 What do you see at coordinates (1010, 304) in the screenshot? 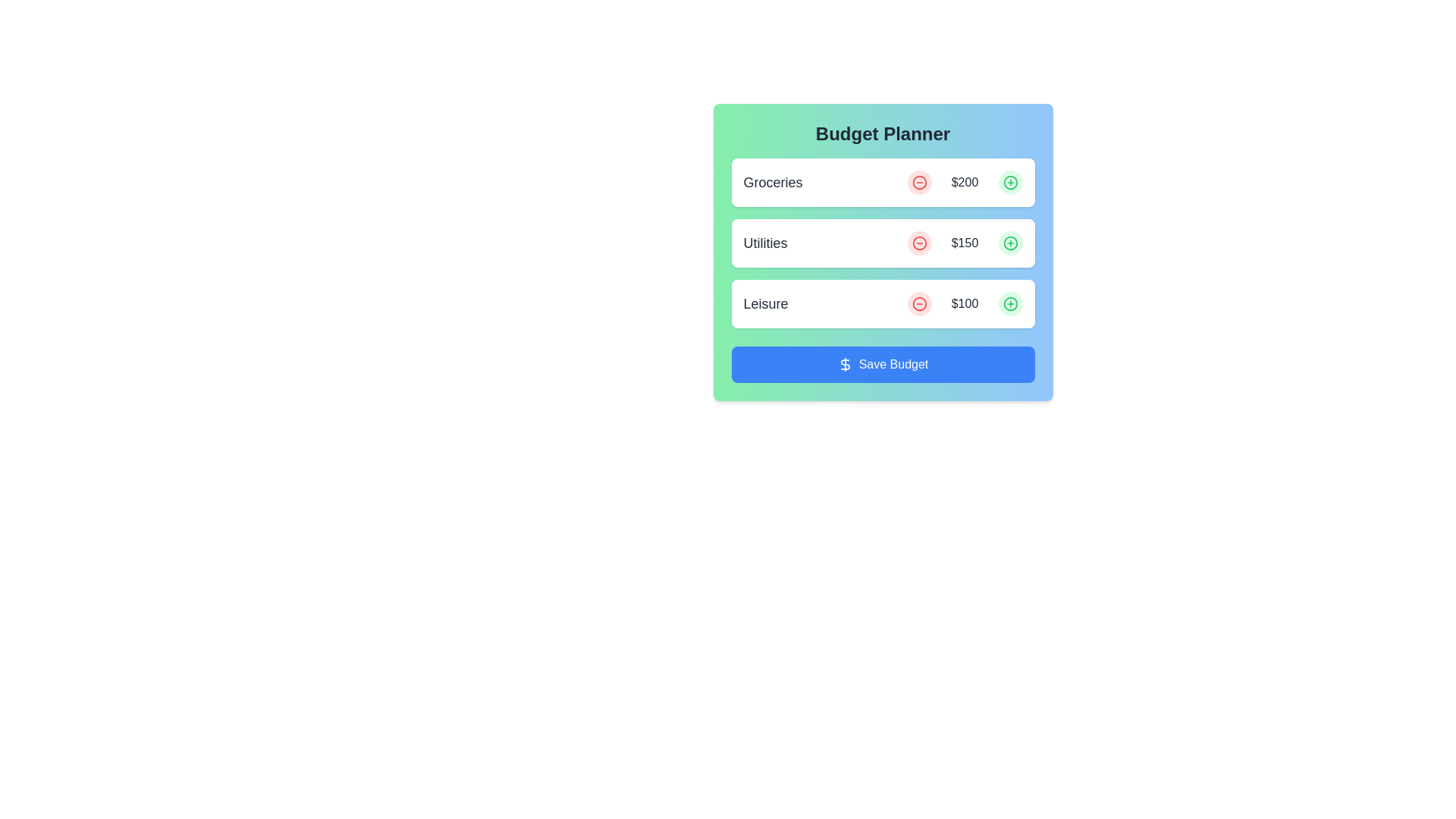
I see `the small circular green button with a plus icon located in the 'Leisure' budget row` at bounding box center [1010, 304].